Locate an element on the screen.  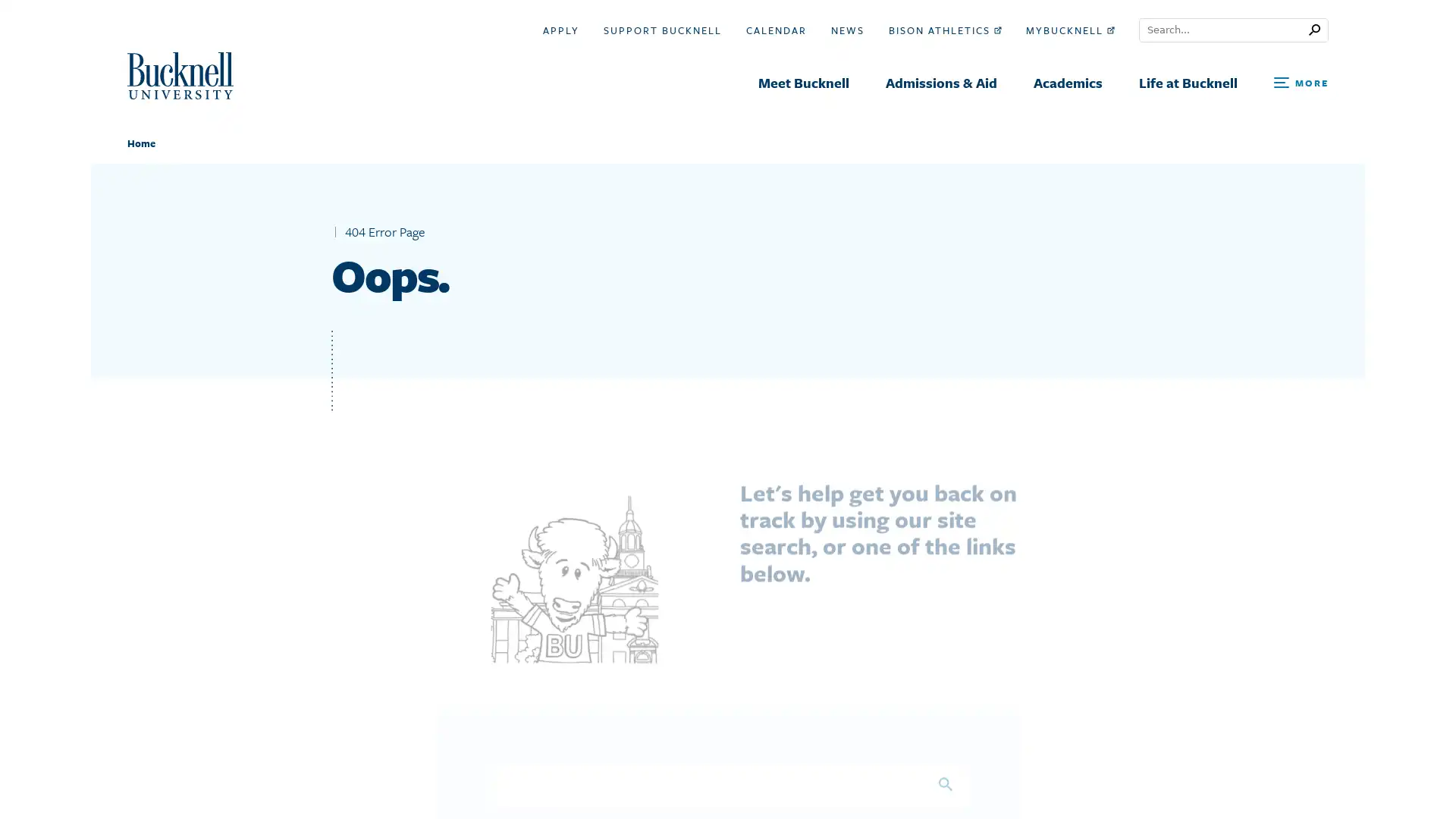
Open Search and Additional Links is located at coordinates (1301, 83).